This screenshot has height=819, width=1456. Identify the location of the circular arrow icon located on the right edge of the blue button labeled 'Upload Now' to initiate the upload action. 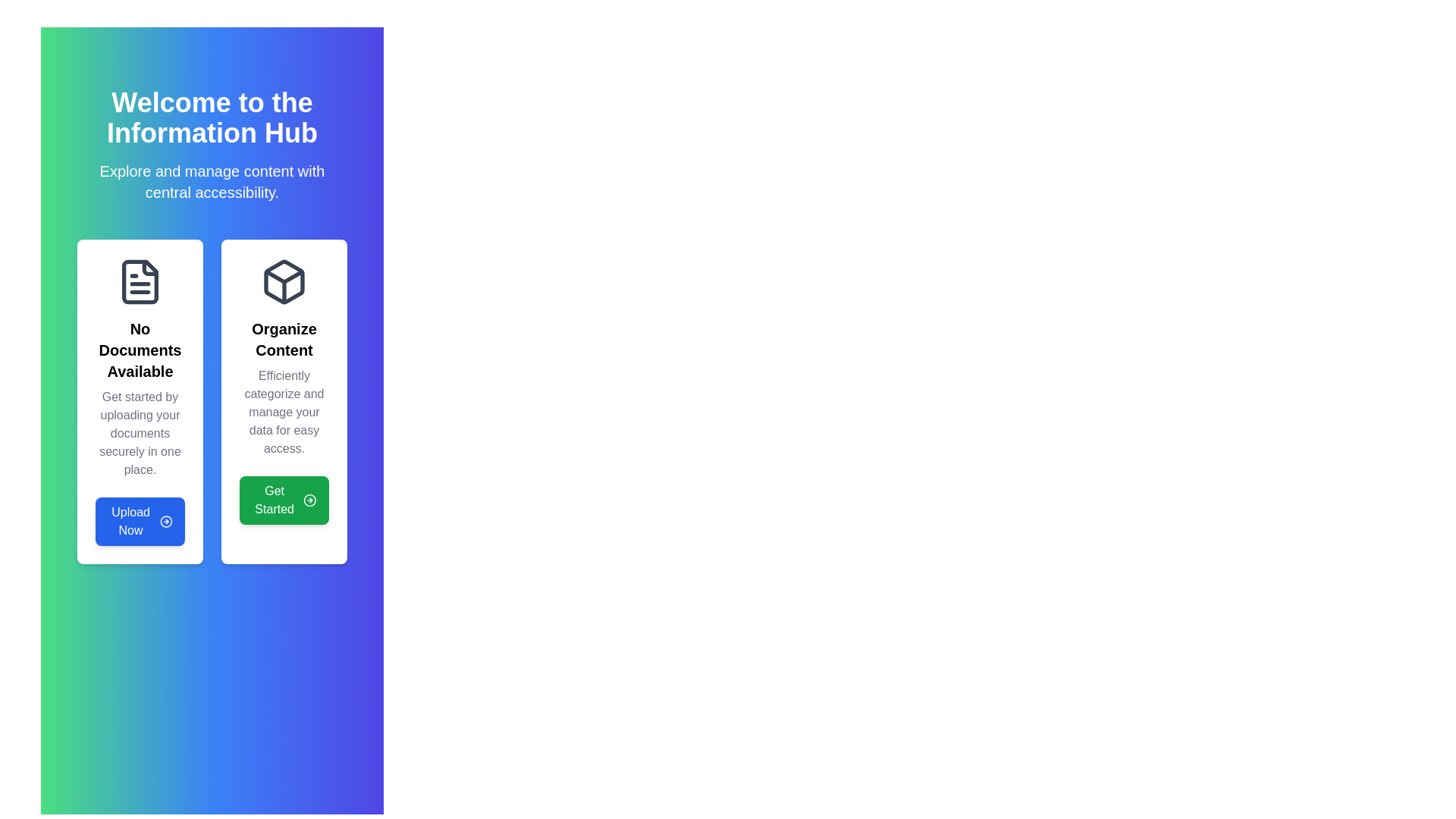
(166, 520).